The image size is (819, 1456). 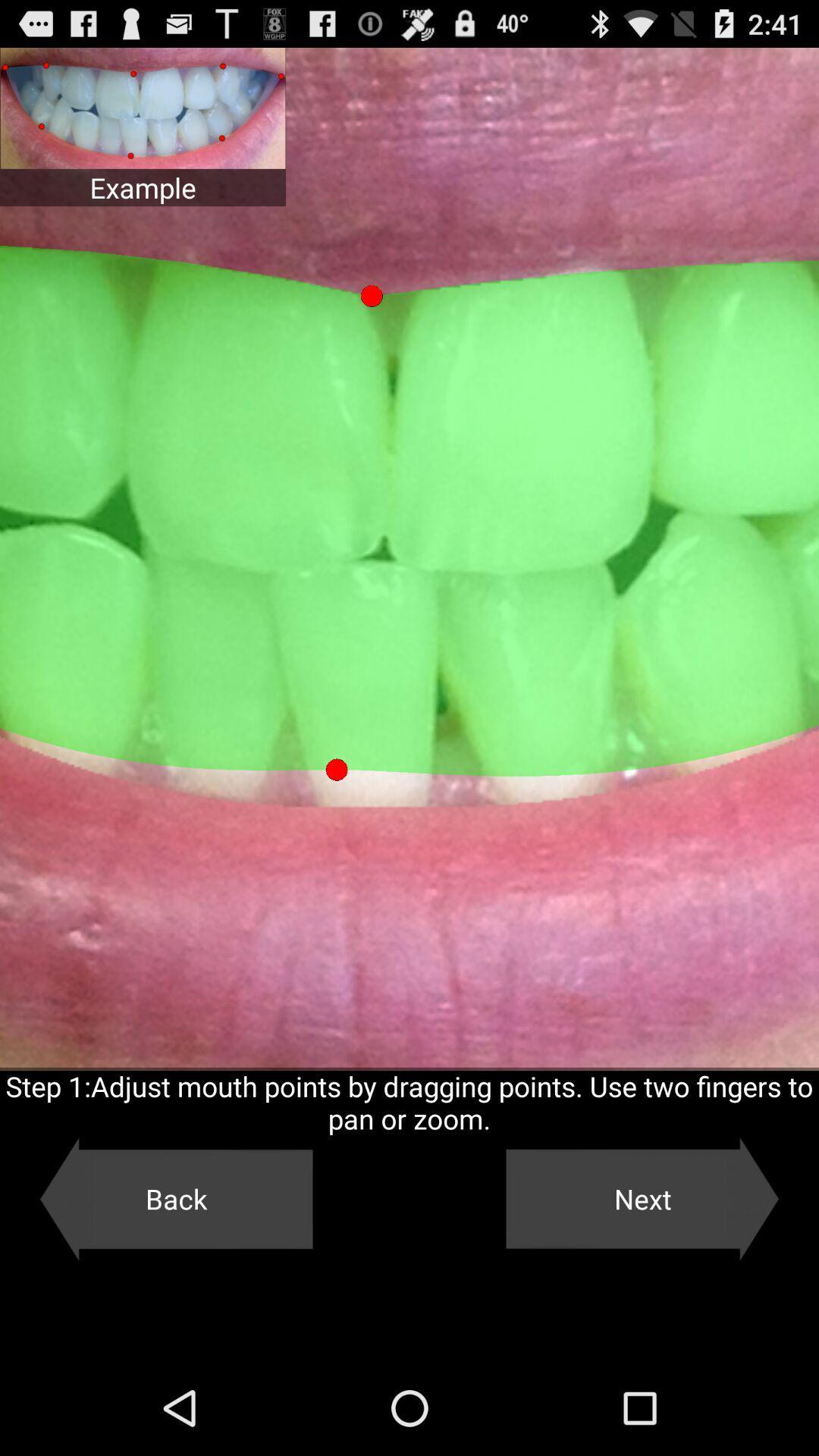 What do you see at coordinates (175, 1198) in the screenshot?
I see `the item below step 1 adjust` at bounding box center [175, 1198].